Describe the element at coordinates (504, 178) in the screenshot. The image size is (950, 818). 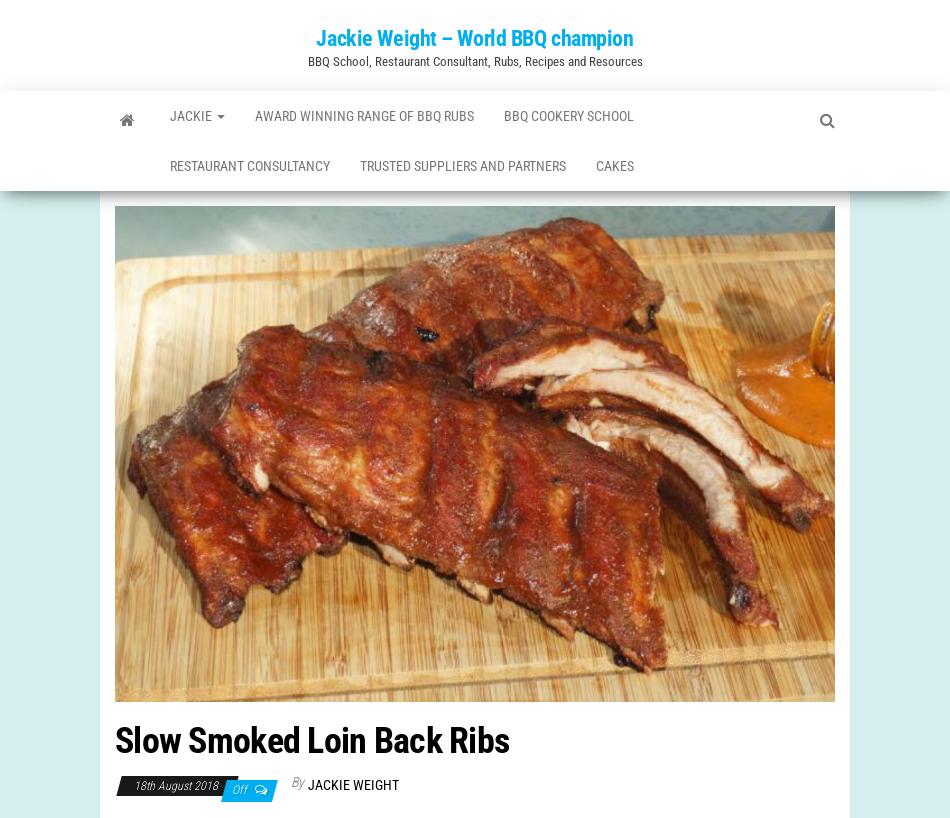
I see `'Trusted Suppliers and Partners'` at that location.